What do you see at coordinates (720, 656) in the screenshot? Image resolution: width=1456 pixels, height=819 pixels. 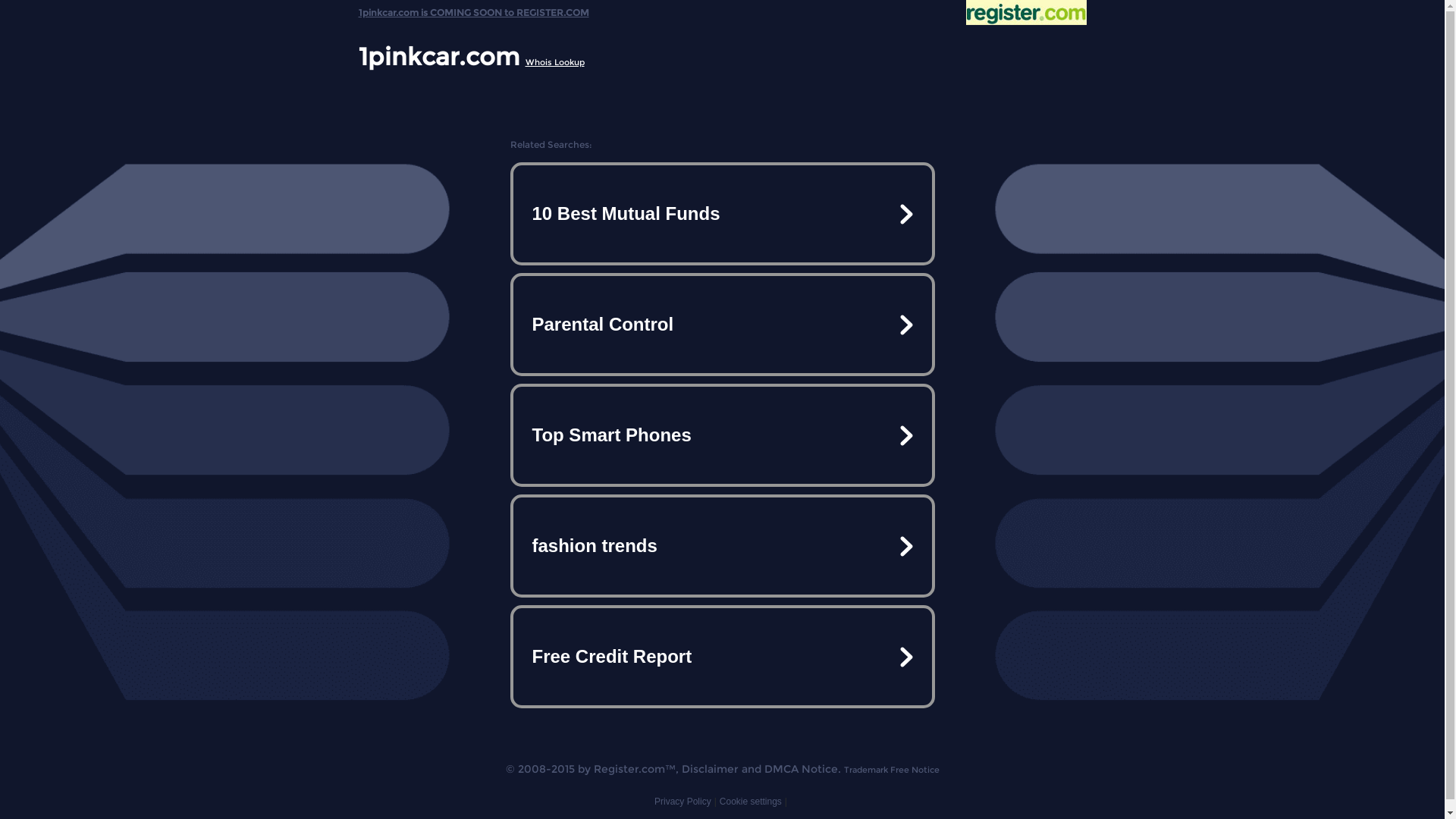 I see `'Free Credit Report'` at bounding box center [720, 656].